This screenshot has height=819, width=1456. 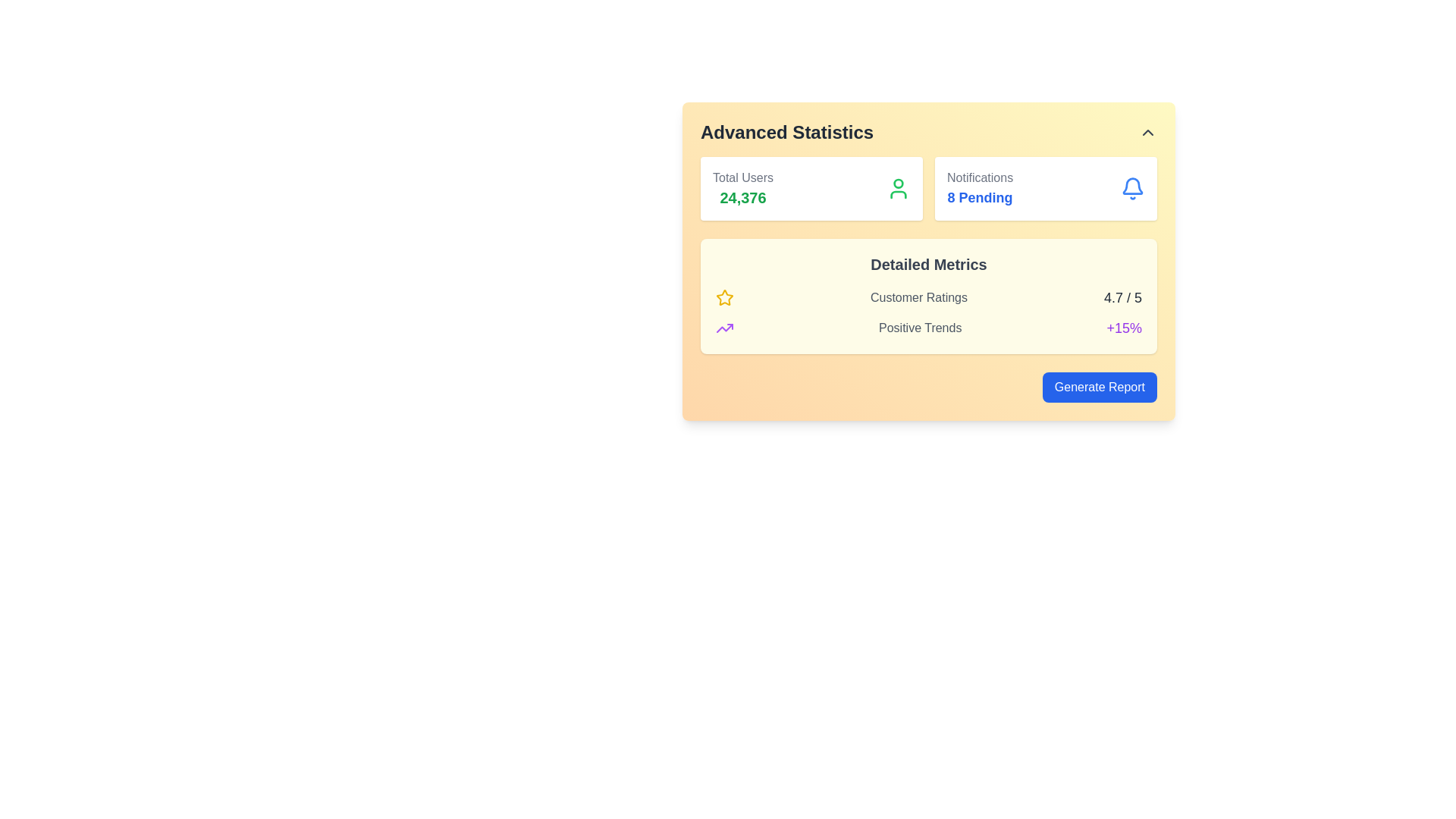 What do you see at coordinates (927, 263) in the screenshot?
I see `the Text Header element that serves as a heading for the 'Detailed Metrics' section, indicating customer ratings and trends` at bounding box center [927, 263].